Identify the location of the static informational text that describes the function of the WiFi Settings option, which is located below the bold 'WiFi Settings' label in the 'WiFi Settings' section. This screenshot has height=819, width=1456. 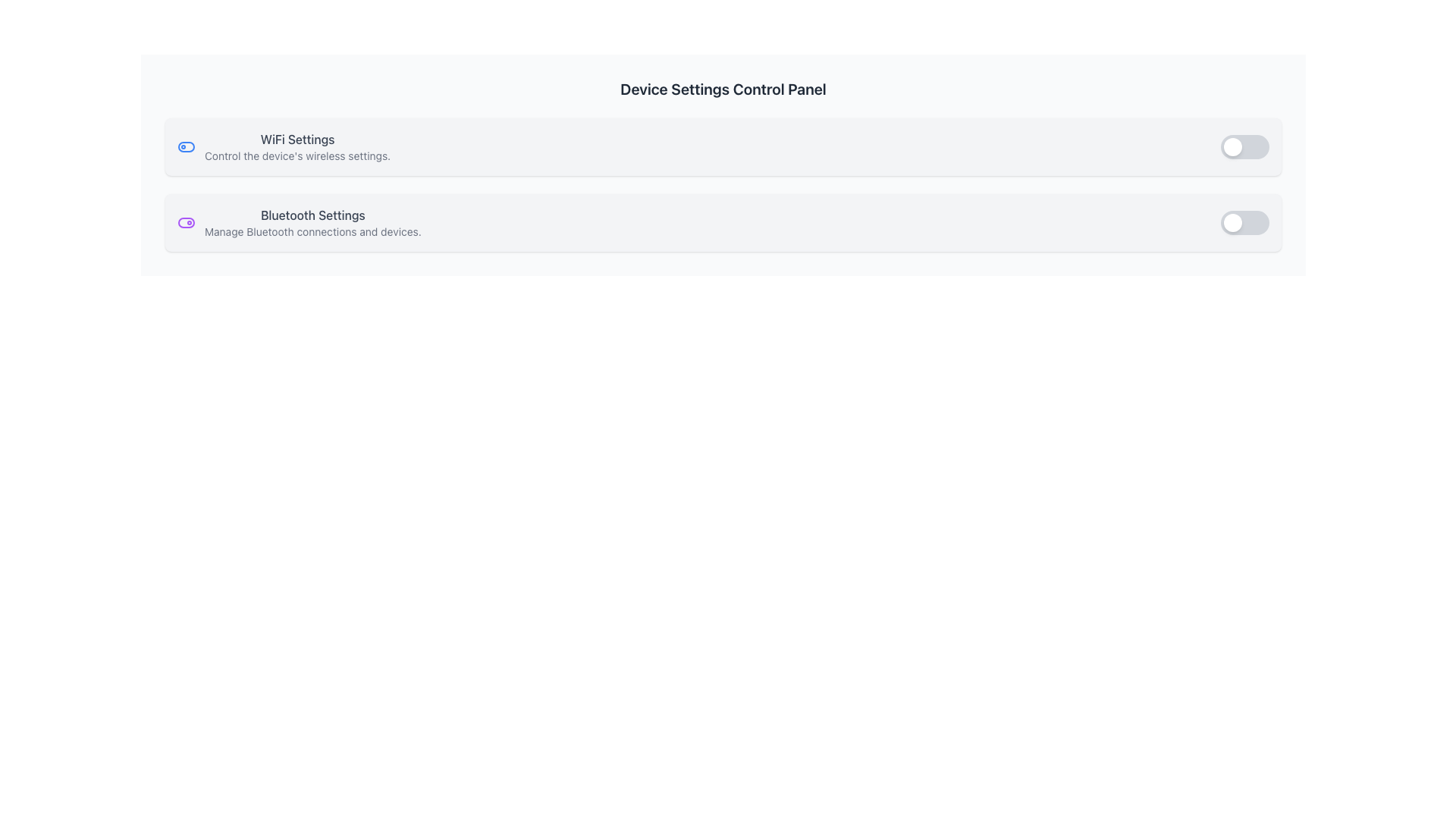
(297, 155).